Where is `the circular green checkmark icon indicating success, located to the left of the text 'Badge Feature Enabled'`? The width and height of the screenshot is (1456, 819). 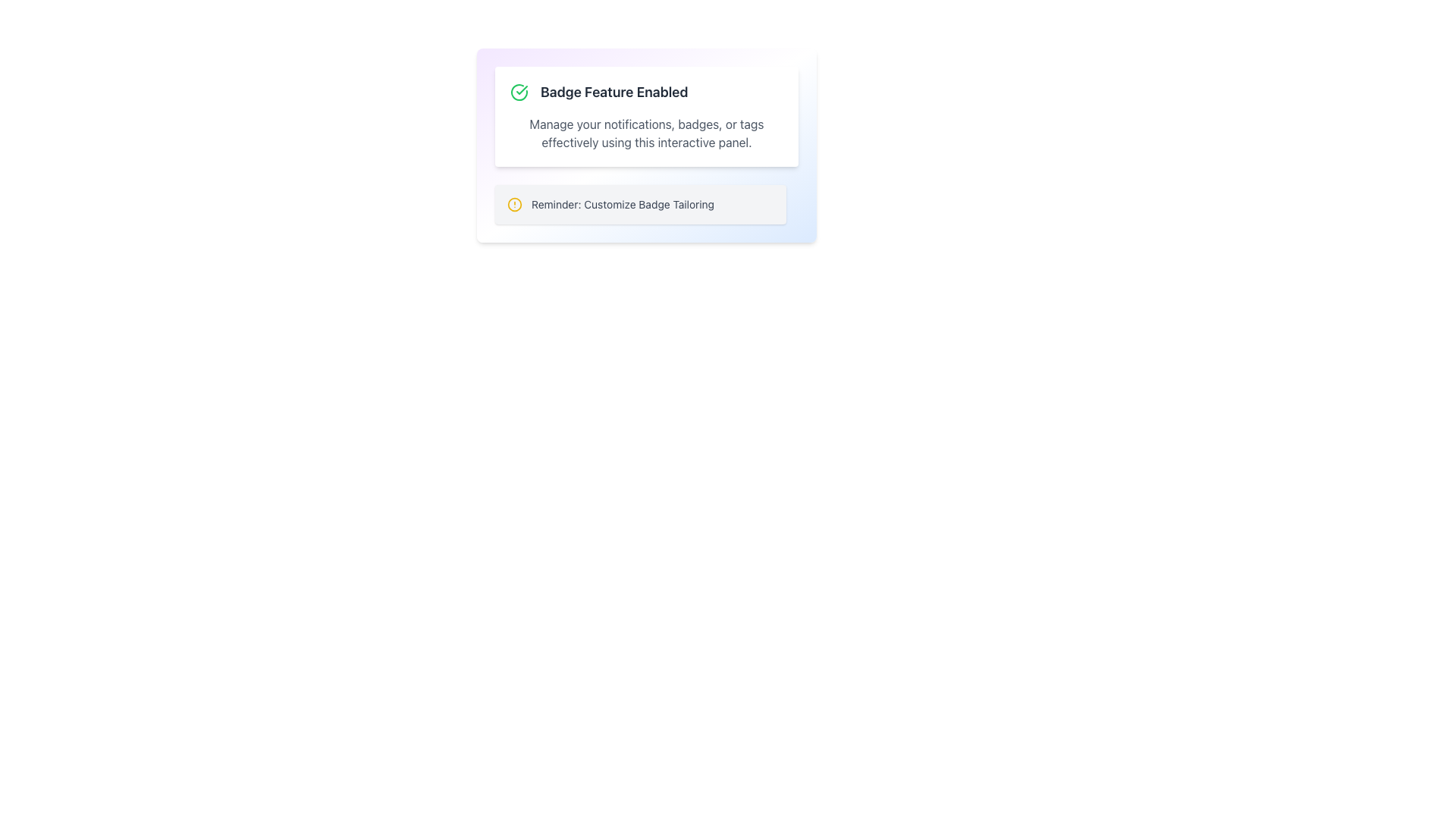
the circular green checkmark icon indicating success, located to the left of the text 'Badge Feature Enabled' is located at coordinates (519, 93).